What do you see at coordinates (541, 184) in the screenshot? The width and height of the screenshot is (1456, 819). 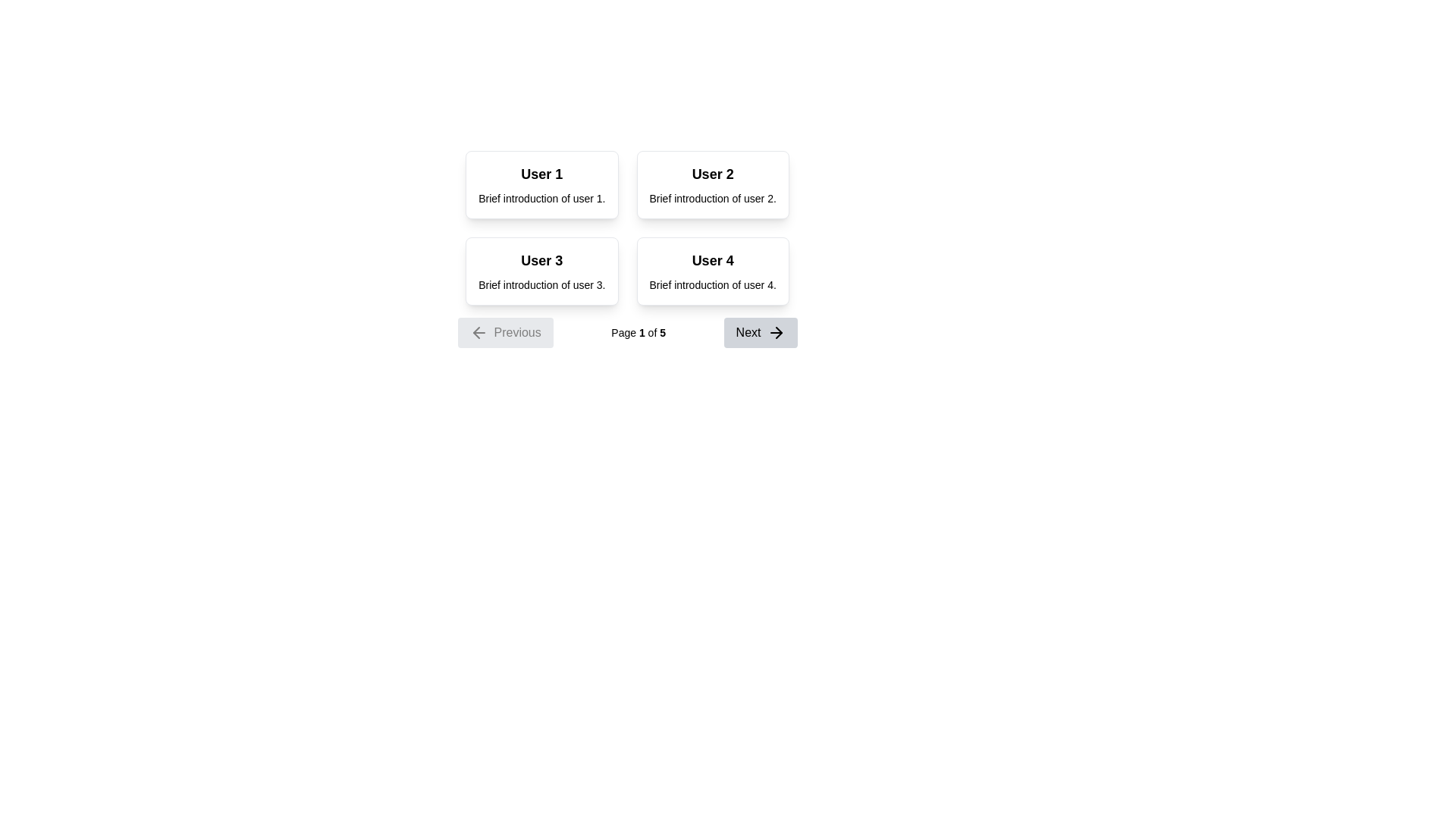 I see `the Card element displaying 'User 1' with a white background and rounded borders, located at the top left of the grid layout` at bounding box center [541, 184].